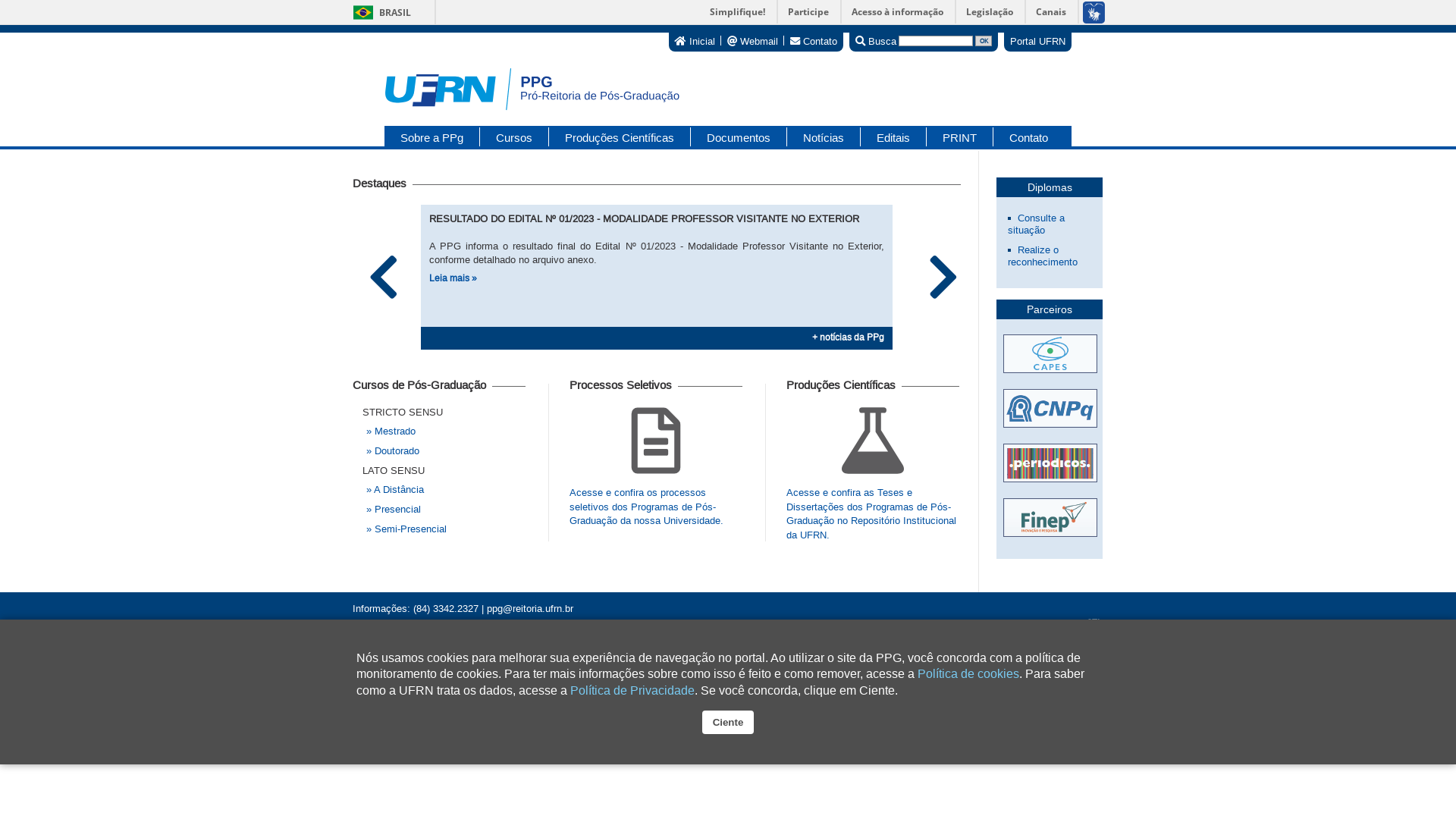 The image size is (1456, 819). I want to click on 'Portal UFRN', so click(1037, 40).